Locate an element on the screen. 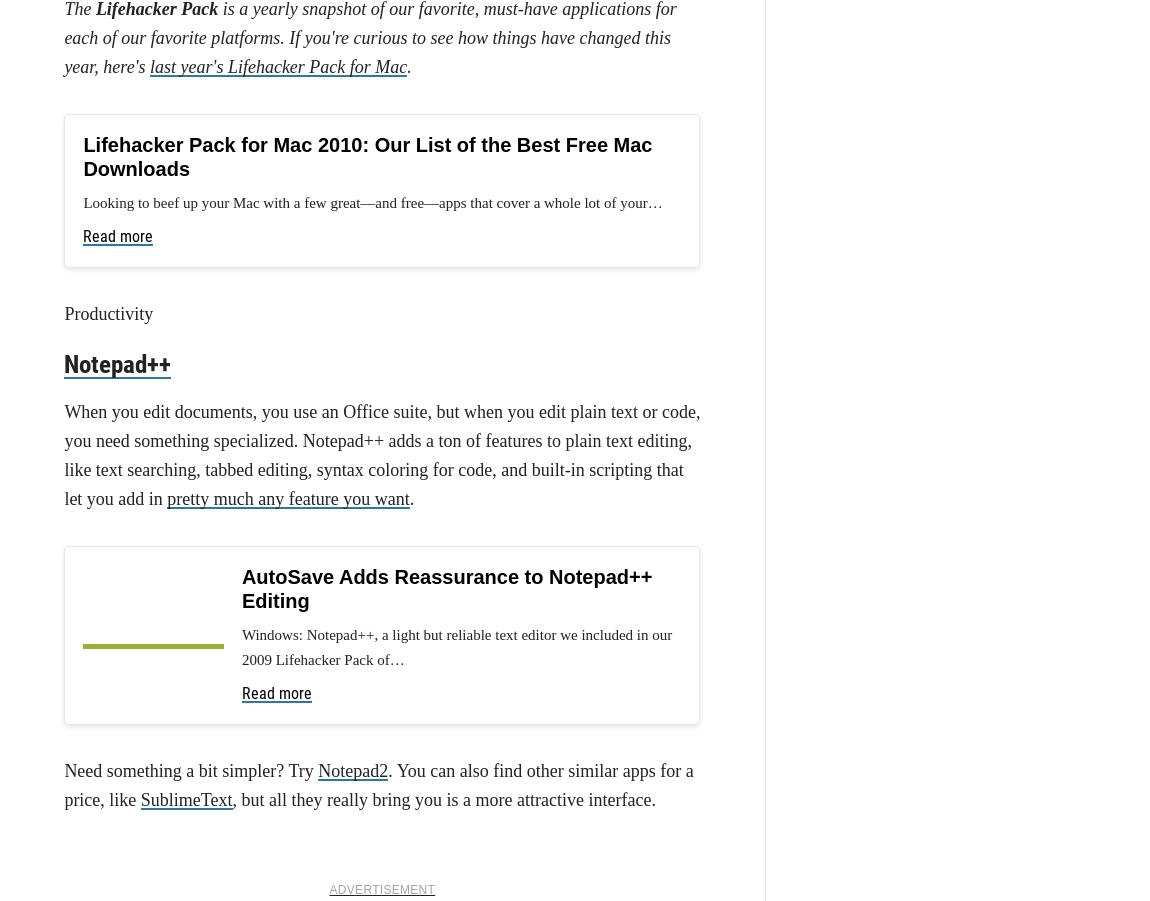 The width and height of the screenshot is (1150, 901). 'web service goes down' is located at coordinates (63, 123).